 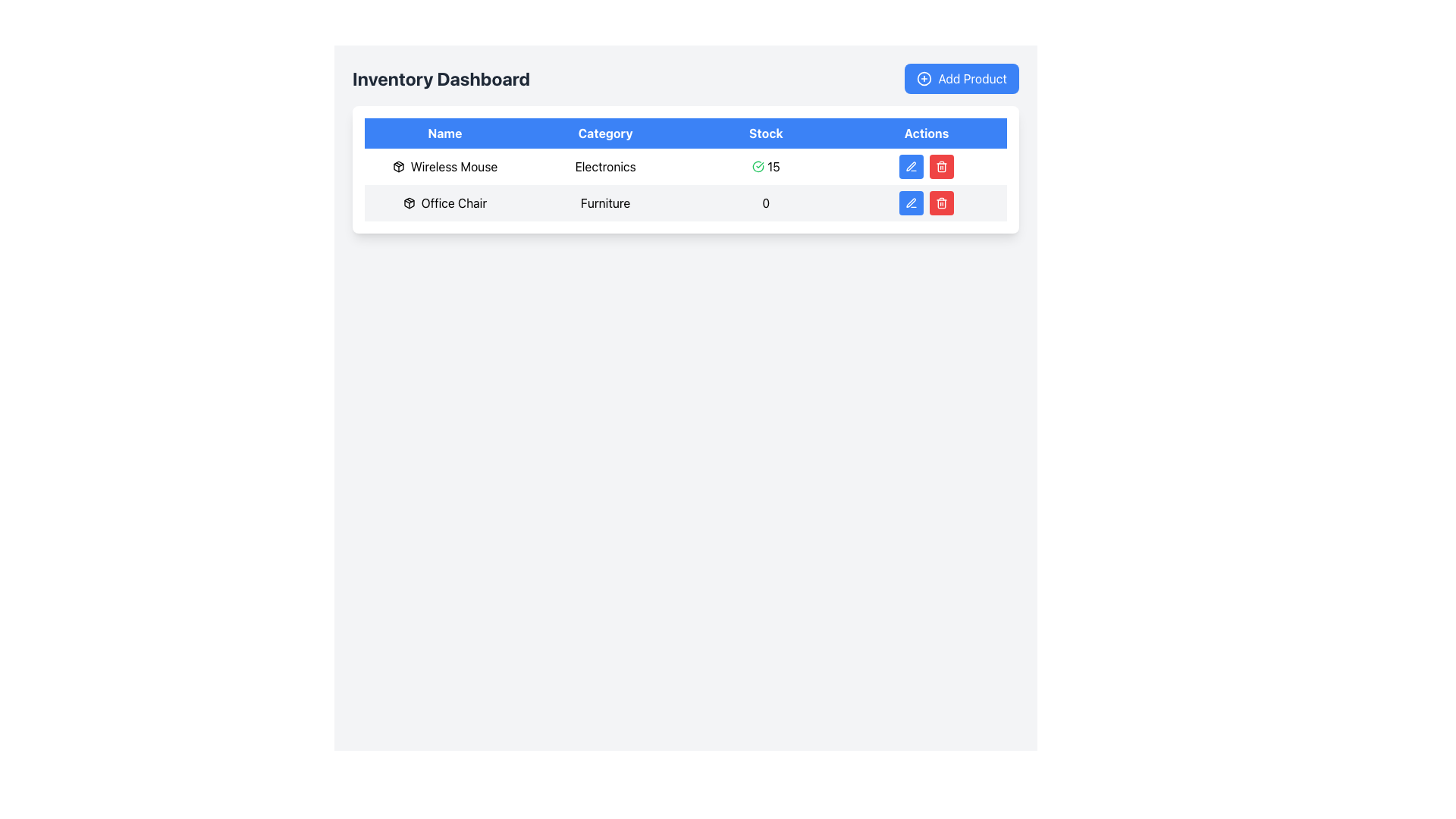 What do you see at coordinates (604, 133) in the screenshot?
I see `the 'Category' text label, which is the second column header in the Inventory Dashboard table, positioned between 'Name' and 'Stock'` at bounding box center [604, 133].